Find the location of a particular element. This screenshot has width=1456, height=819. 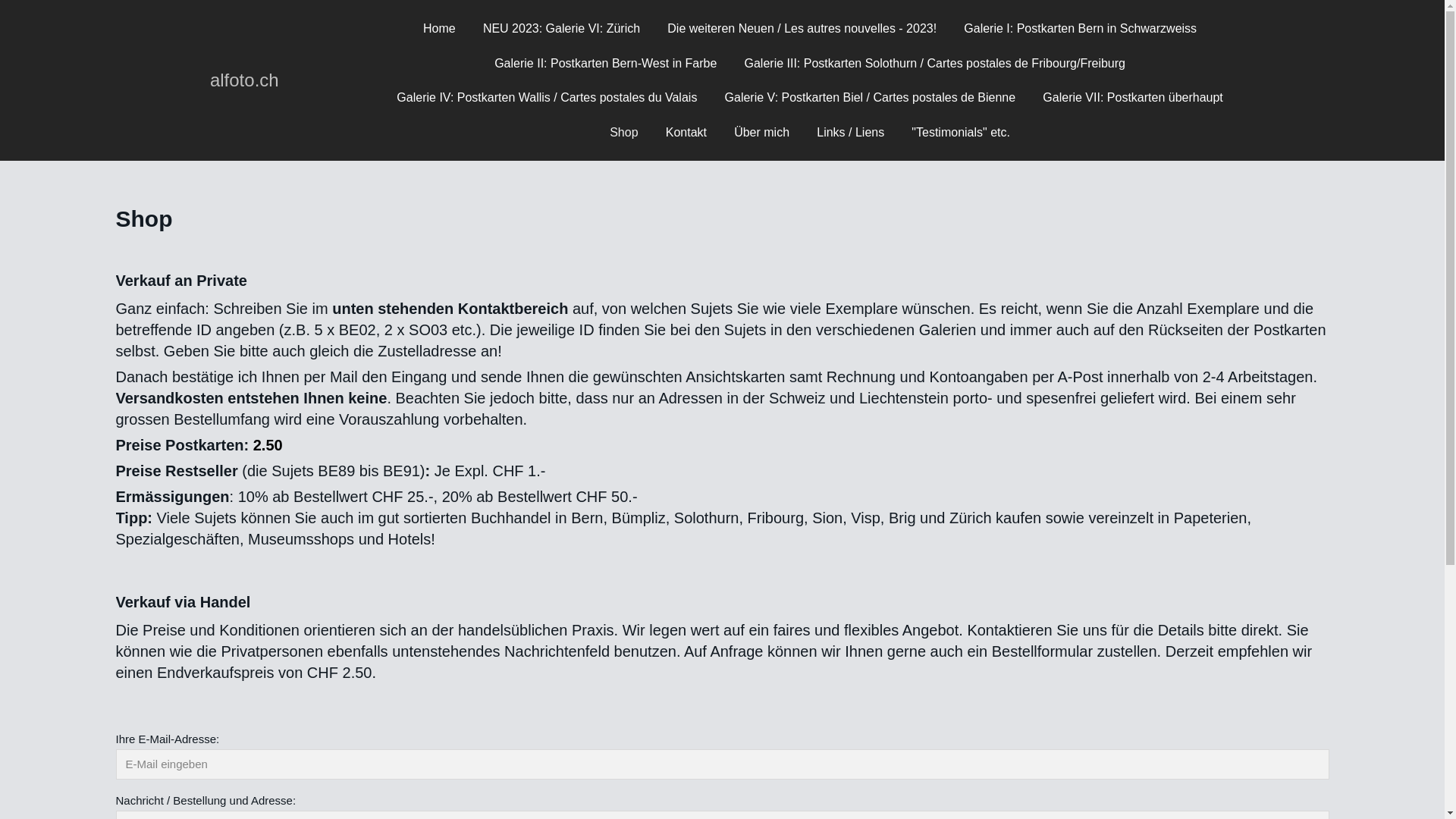

'alfoto.ch' is located at coordinates (244, 80).